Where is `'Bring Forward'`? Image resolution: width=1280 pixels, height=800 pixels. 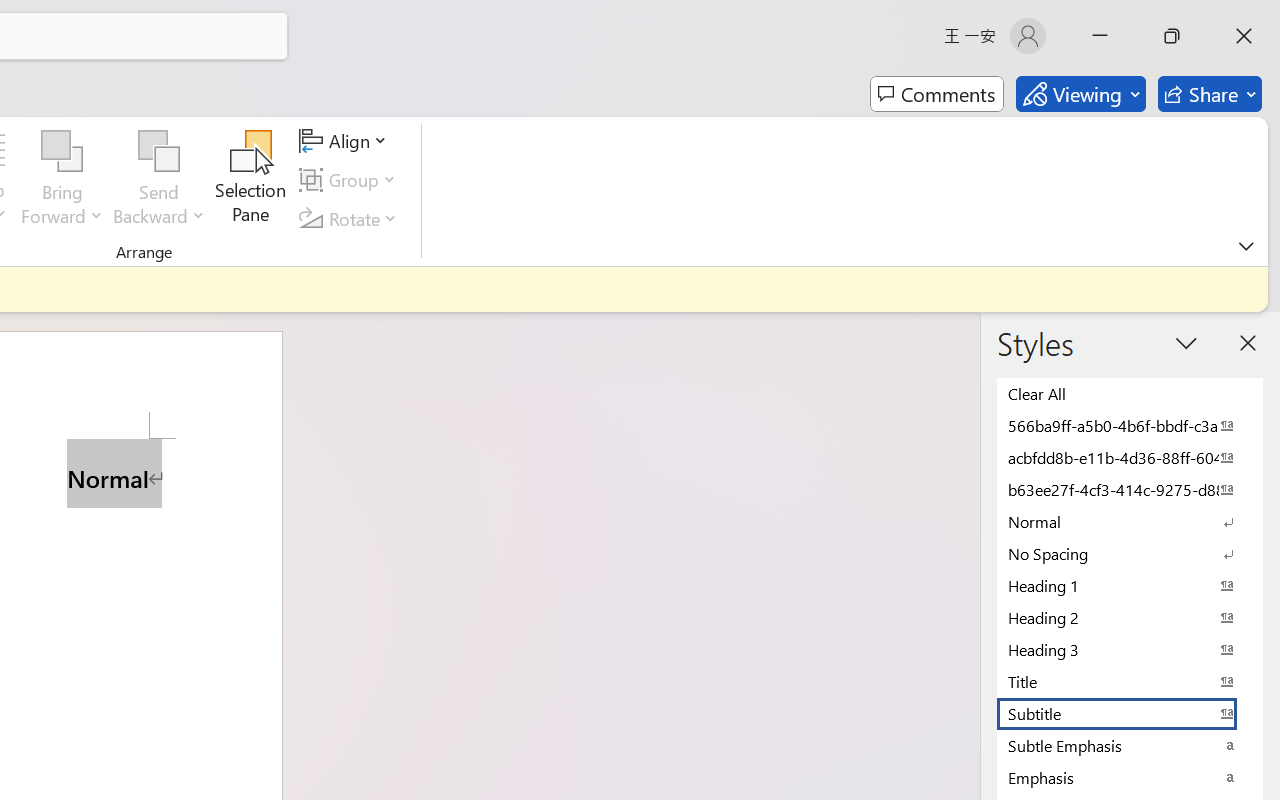 'Bring Forward' is located at coordinates (62, 179).